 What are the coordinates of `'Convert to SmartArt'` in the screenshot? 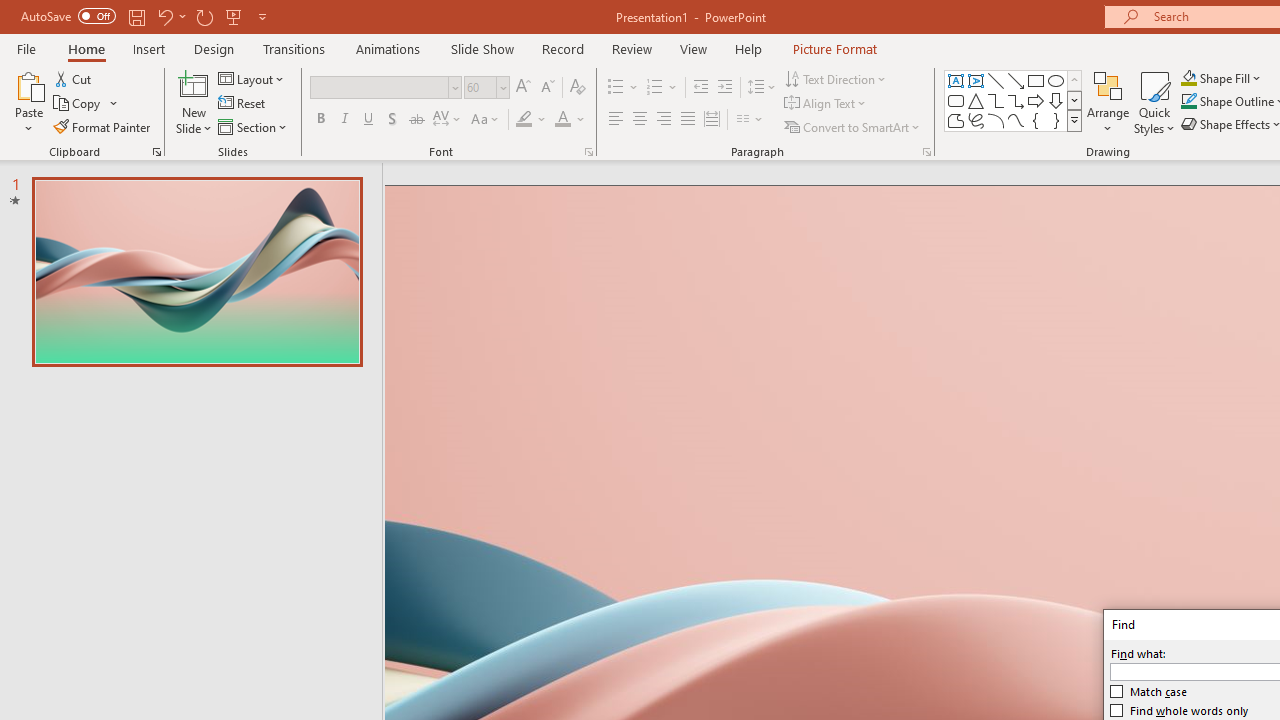 It's located at (853, 127).